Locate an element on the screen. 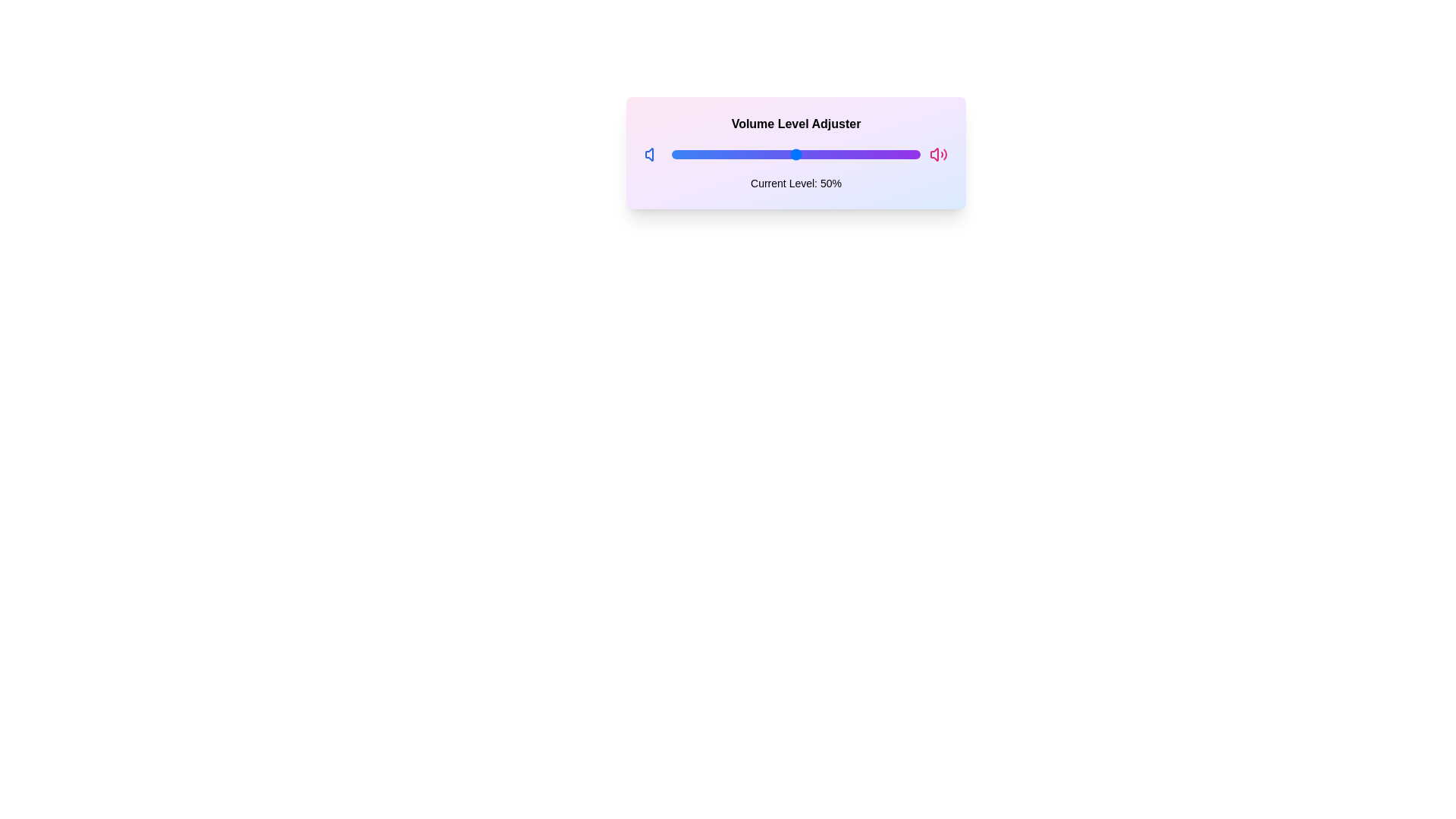 The height and width of the screenshot is (819, 1456). the volume slider to set the volume to 4% is located at coordinates (681, 155).